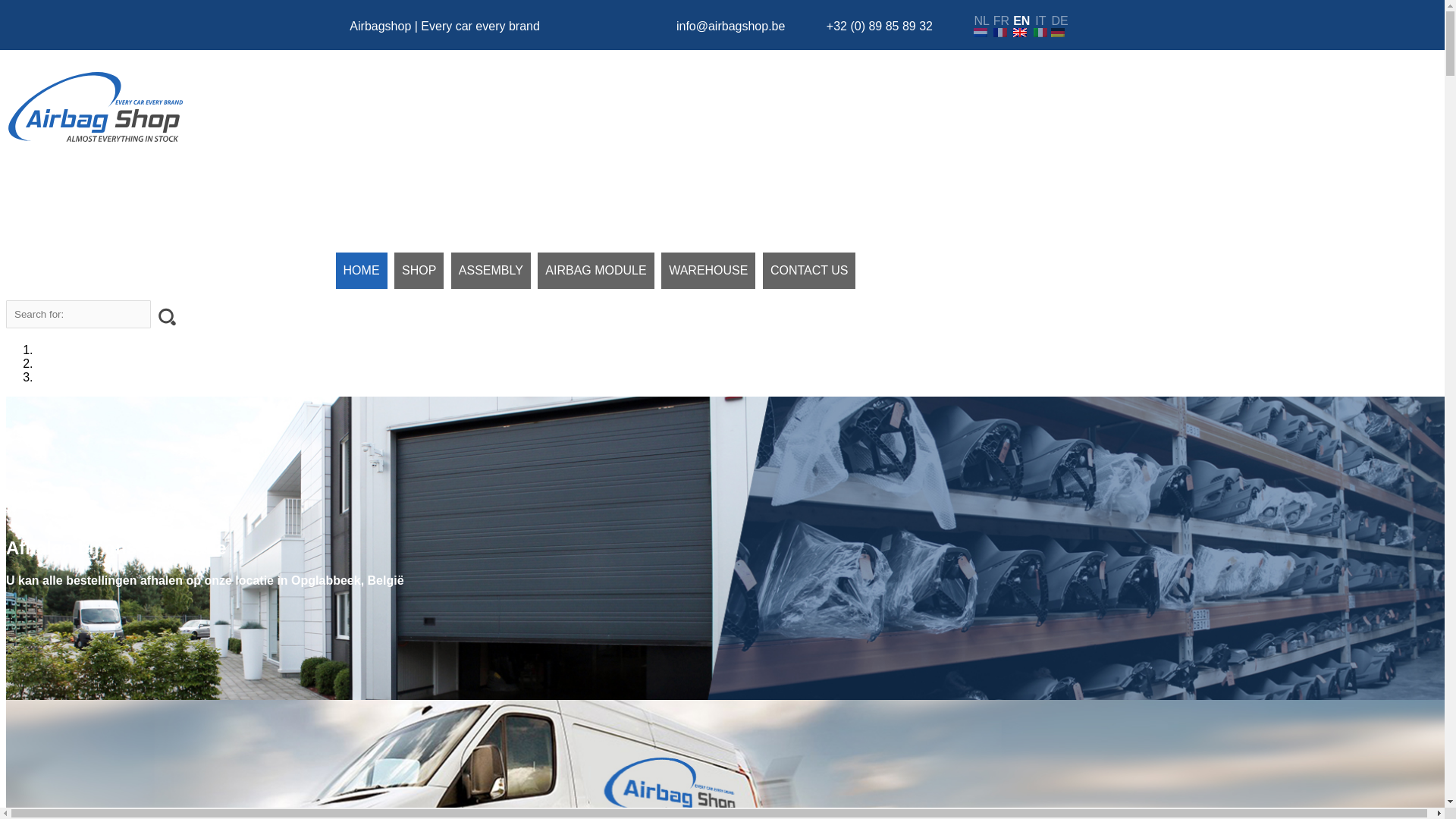  I want to click on 'ASSEMBLY', so click(450, 270).